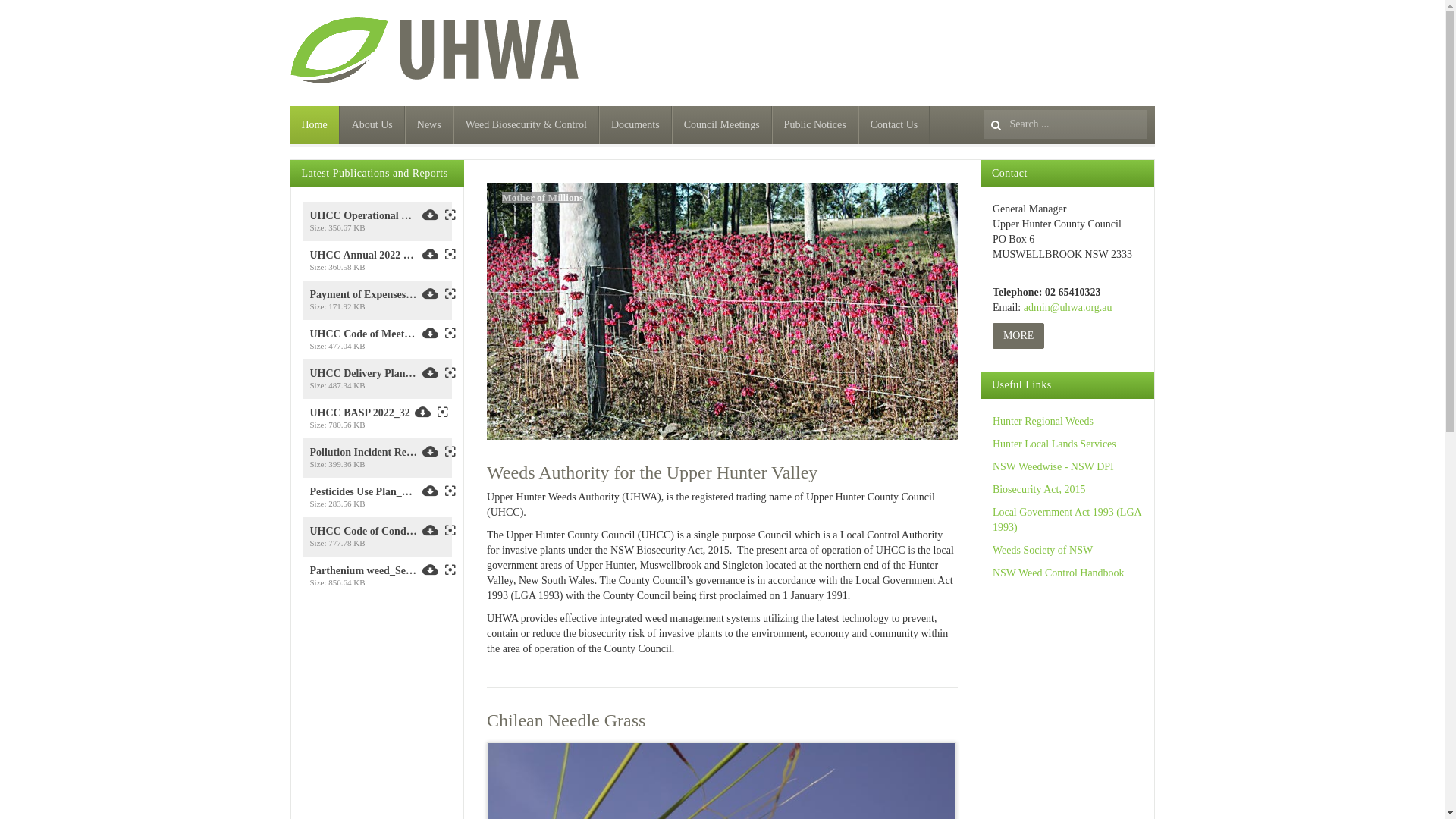 The width and height of the screenshot is (1456, 819). Describe the element at coordinates (1065, 519) in the screenshot. I see `'Local Government Act 1993 (LGA 1993)'` at that location.